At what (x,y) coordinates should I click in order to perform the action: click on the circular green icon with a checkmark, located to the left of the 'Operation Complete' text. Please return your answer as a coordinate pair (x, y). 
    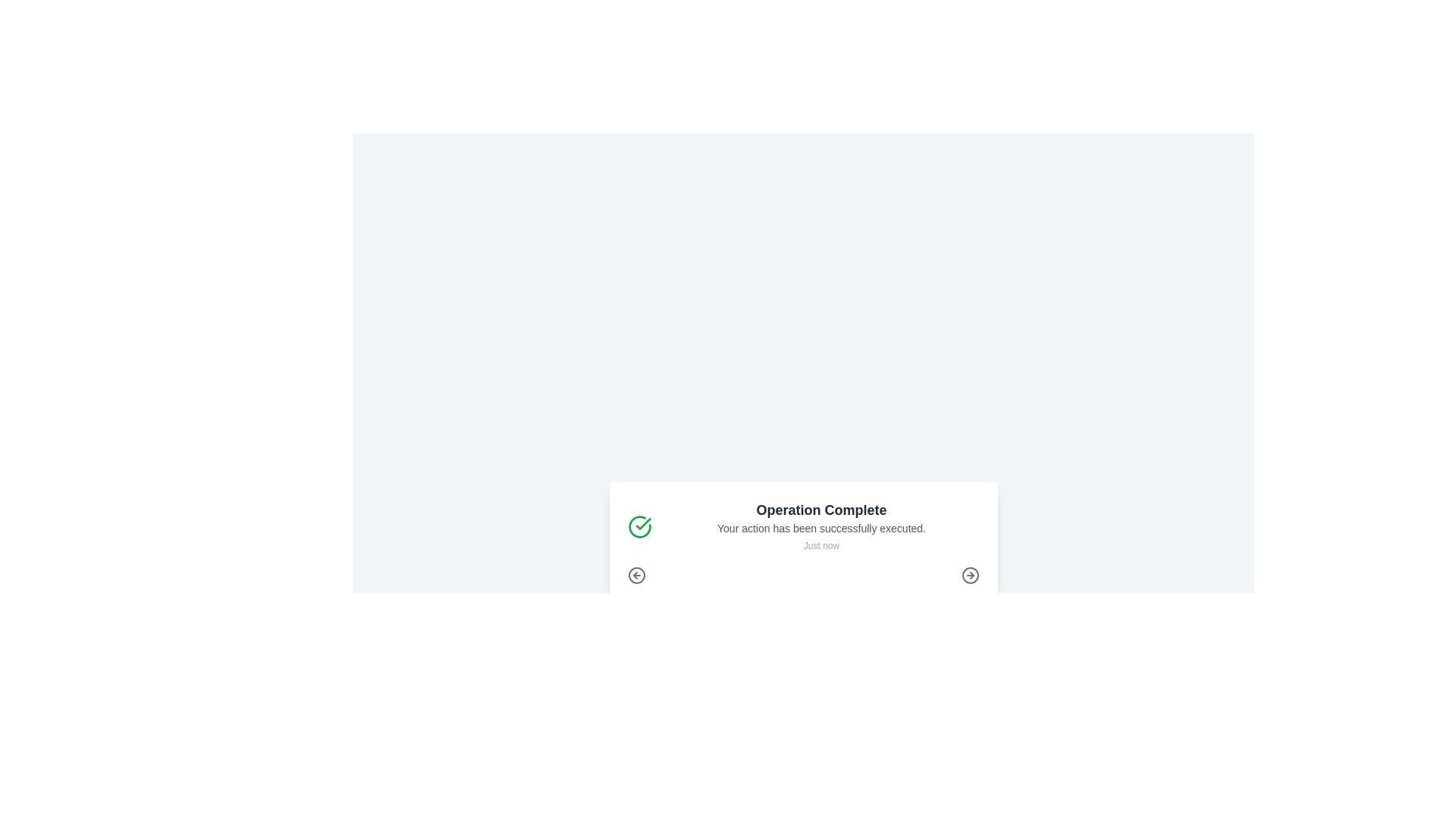
    Looking at the image, I should click on (639, 526).